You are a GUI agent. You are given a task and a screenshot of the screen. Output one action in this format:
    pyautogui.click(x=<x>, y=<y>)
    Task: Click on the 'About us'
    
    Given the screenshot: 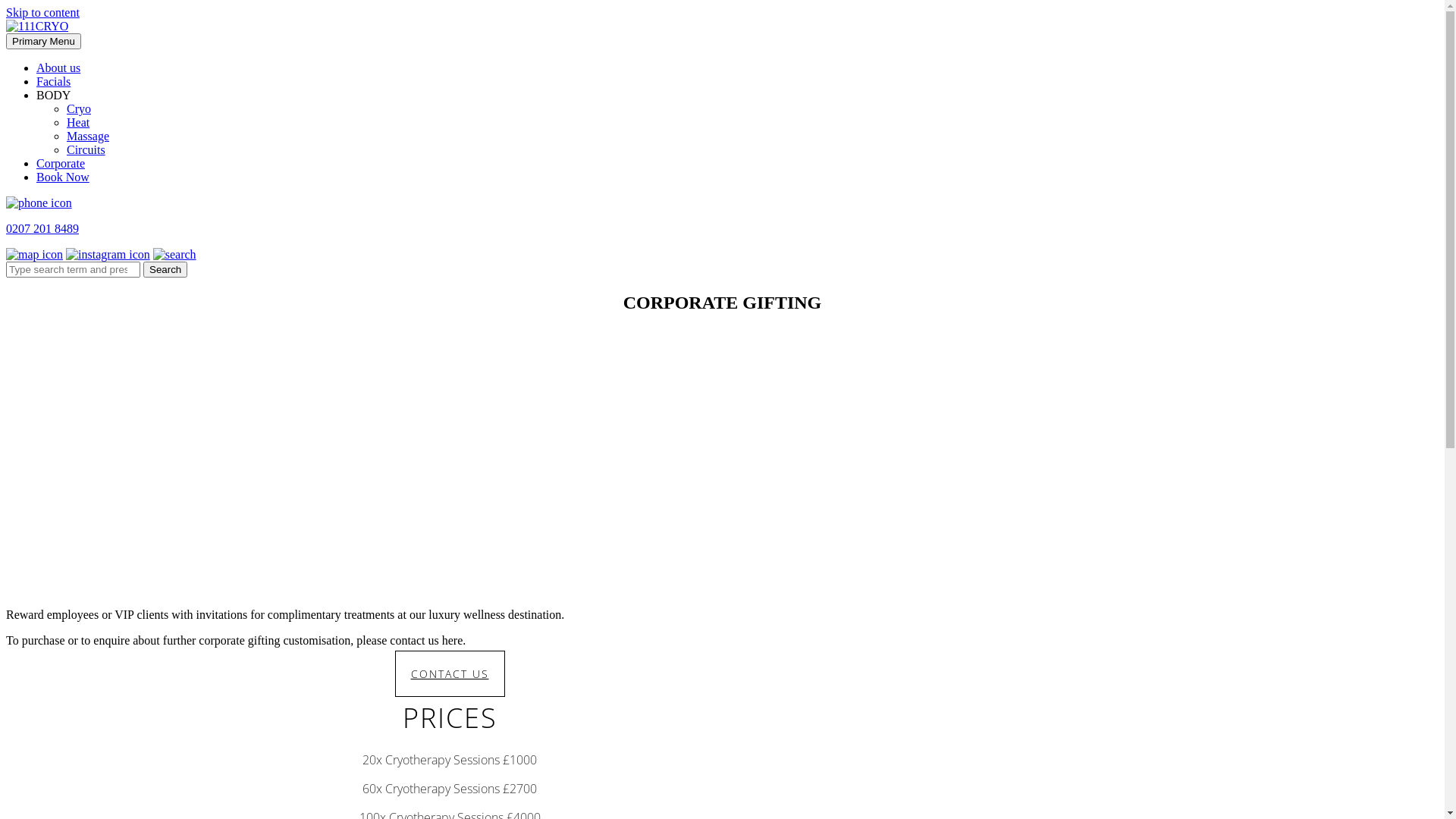 What is the action you would take?
    pyautogui.click(x=58, y=67)
    